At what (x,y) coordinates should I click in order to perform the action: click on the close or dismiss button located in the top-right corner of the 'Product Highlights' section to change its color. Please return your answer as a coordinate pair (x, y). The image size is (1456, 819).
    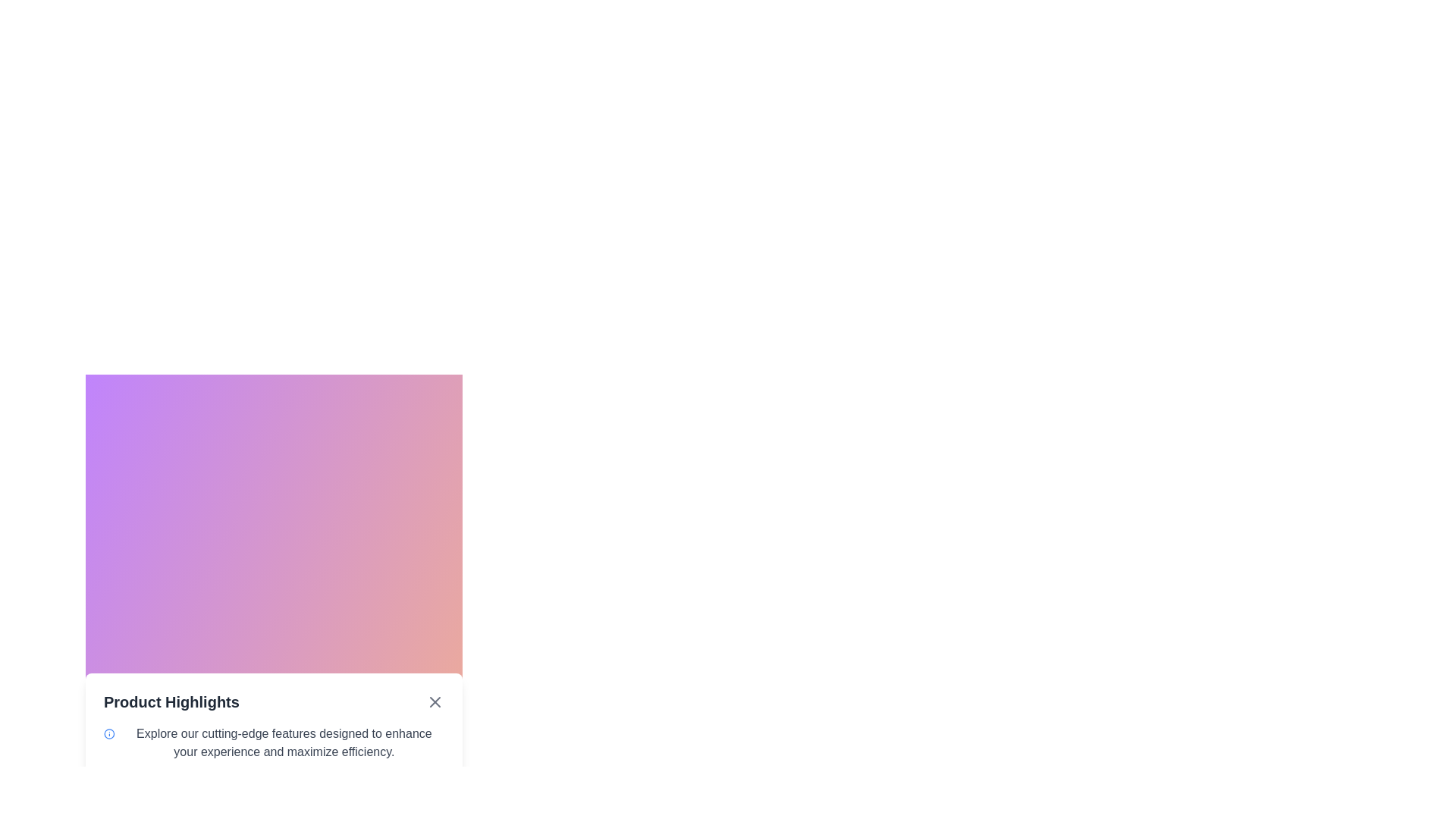
    Looking at the image, I should click on (435, 701).